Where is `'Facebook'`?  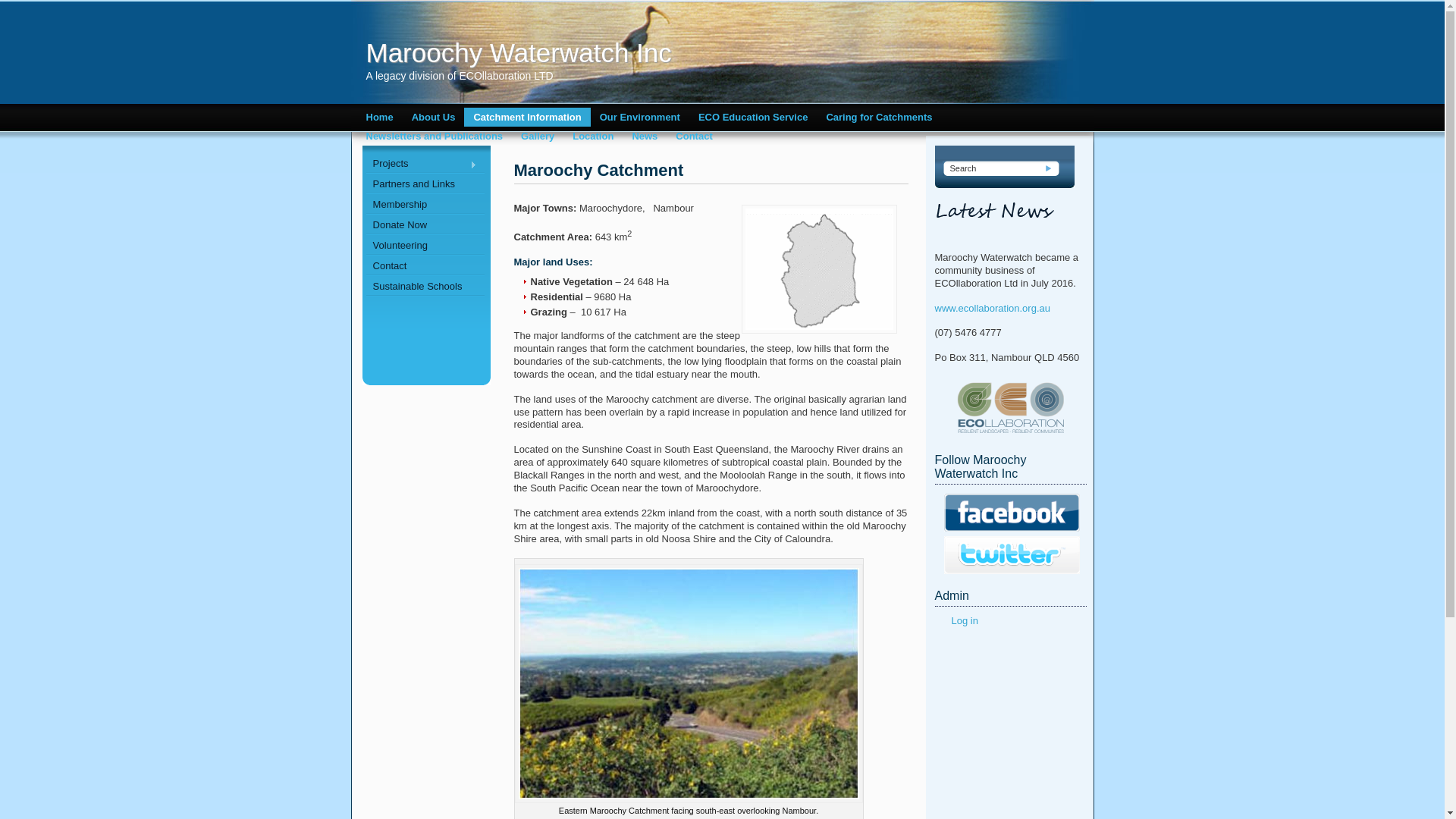
'Facebook' is located at coordinates (1012, 512).